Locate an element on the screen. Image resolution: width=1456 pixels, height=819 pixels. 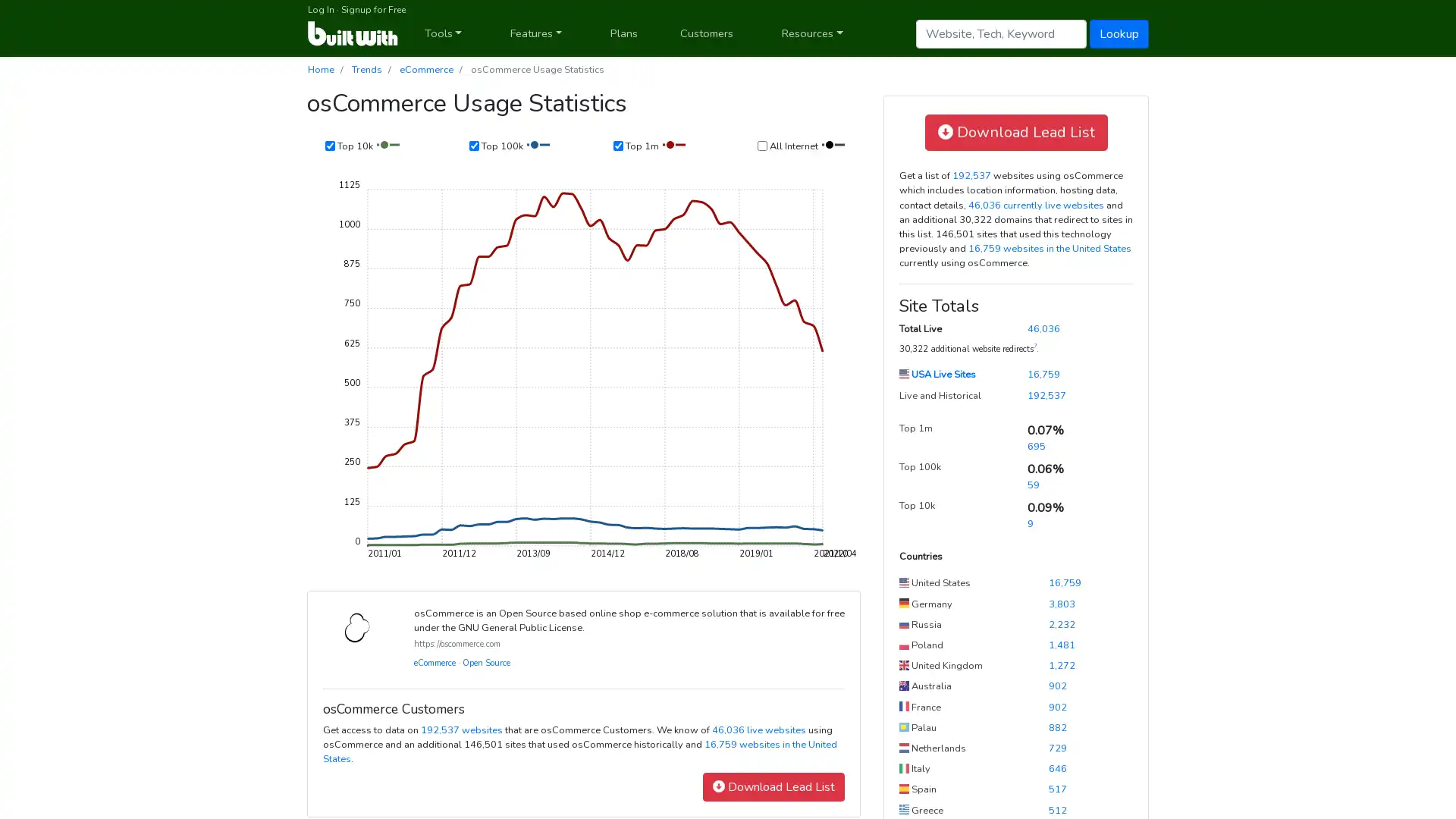
Lookup is located at coordinates (1119, 33).